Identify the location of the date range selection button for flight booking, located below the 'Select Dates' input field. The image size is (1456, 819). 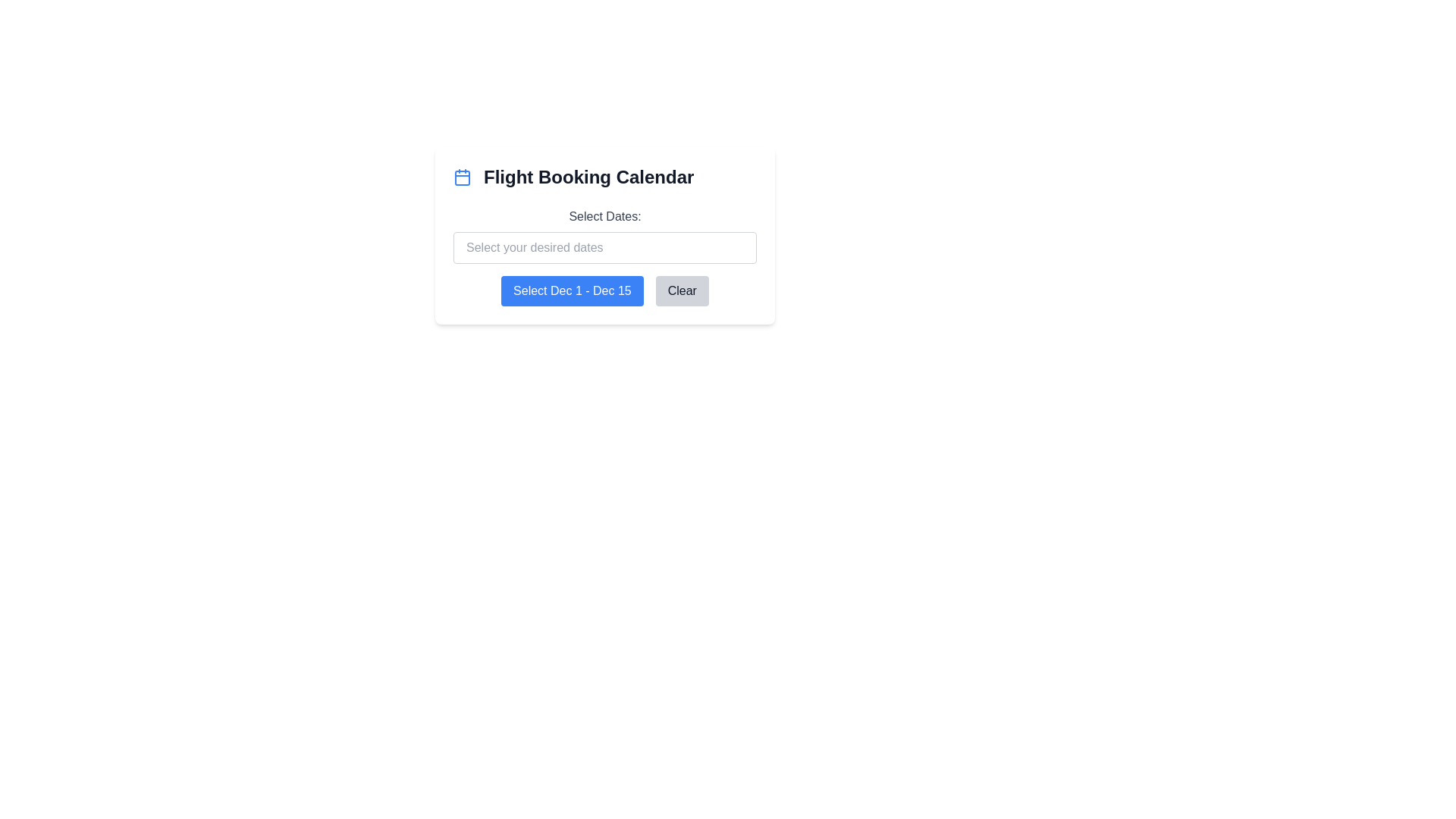
(571, 291).